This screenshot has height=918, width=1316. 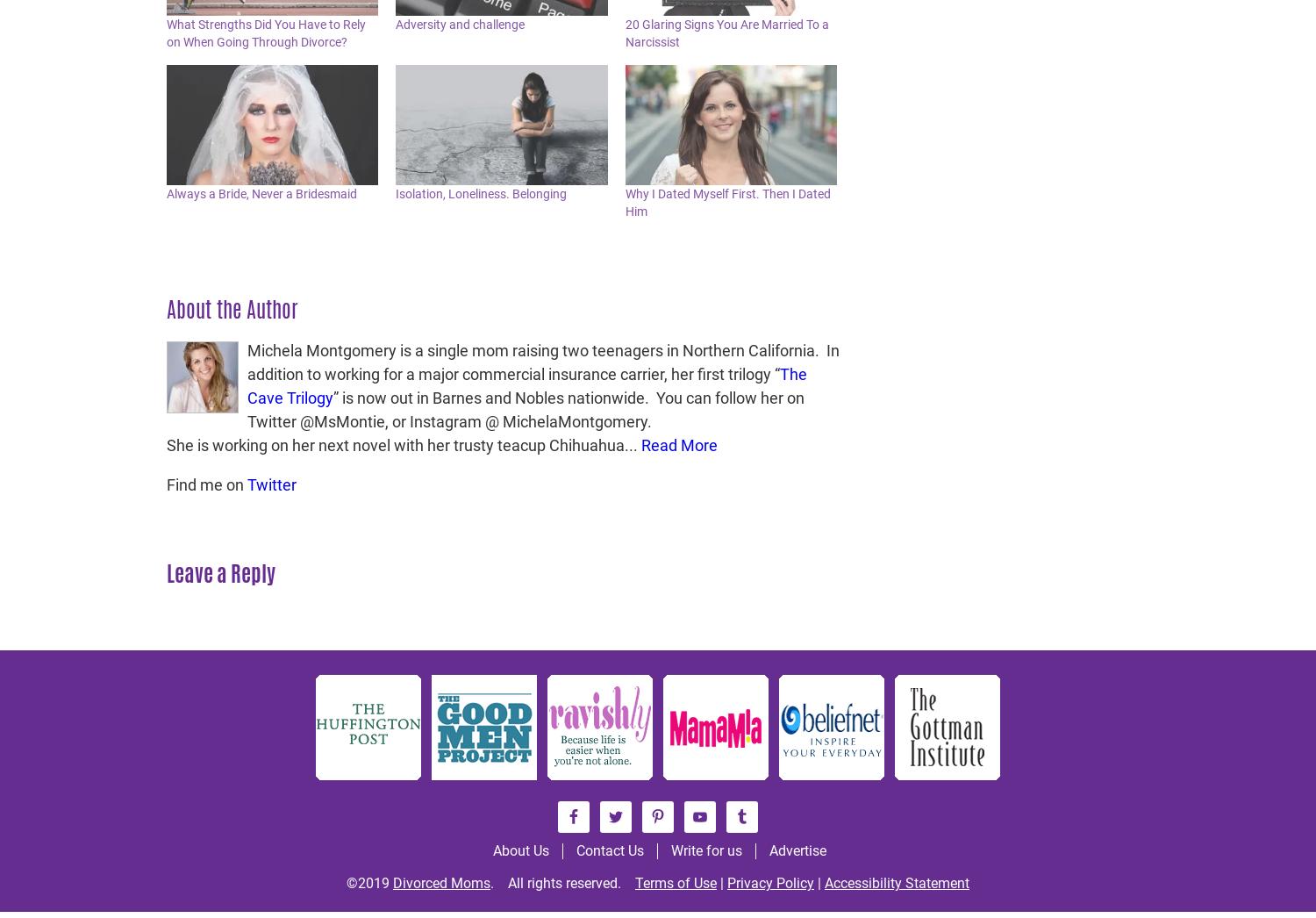 What do you see at coordinates (520, 850) in the screenshot?
I see `'About Us'` at bounding box center [520, 850].